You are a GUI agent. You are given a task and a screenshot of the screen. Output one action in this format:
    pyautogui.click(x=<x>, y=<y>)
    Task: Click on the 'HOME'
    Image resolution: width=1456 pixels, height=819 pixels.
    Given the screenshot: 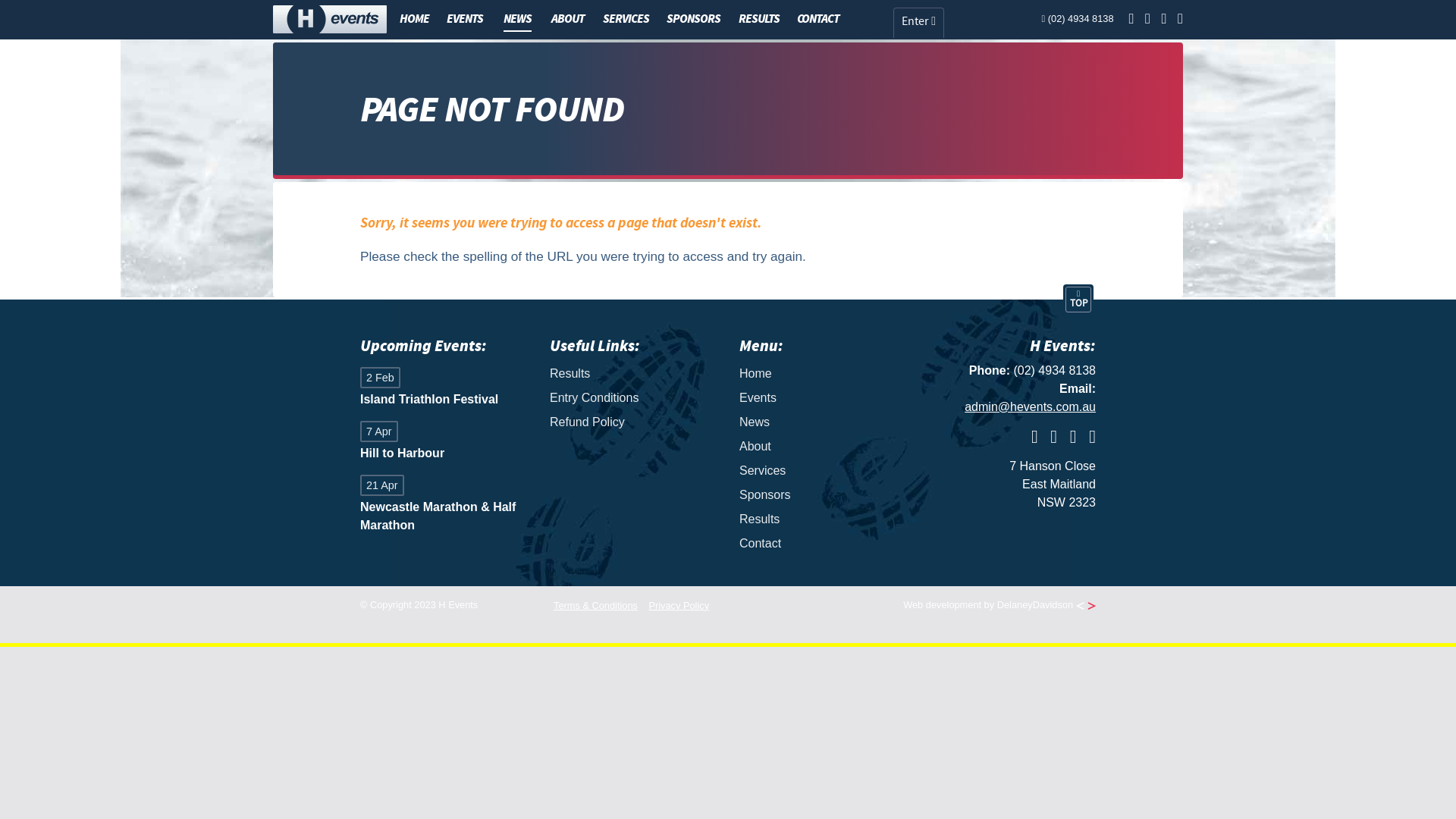 What is the action you would take?
    pyautogui.click(x=414, y=18)
    